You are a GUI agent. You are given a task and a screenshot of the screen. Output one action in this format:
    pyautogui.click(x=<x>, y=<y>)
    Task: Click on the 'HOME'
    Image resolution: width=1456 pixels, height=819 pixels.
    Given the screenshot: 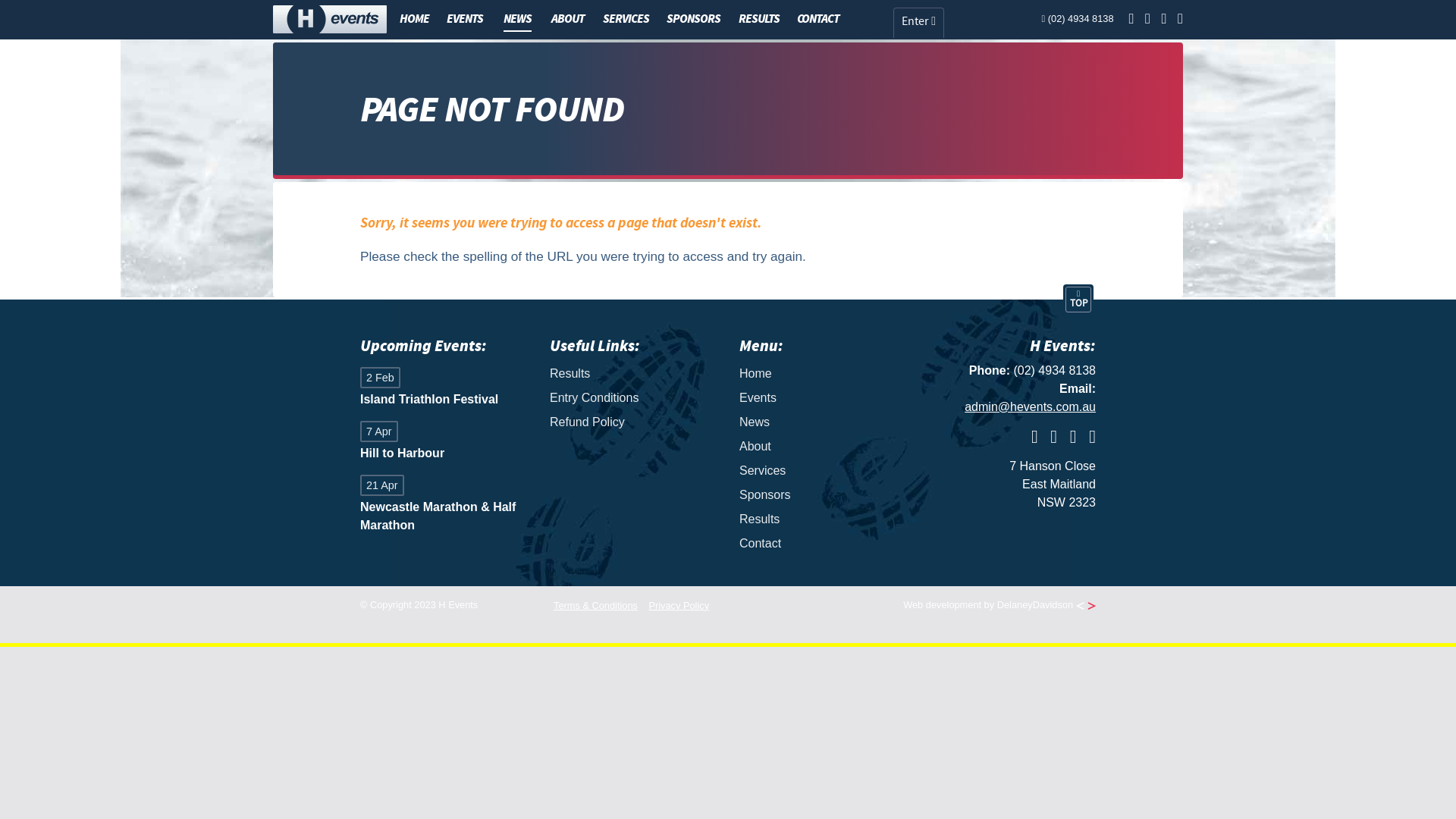 What is the action you would take?
    pyautogui.click(x=414, y=18)
    